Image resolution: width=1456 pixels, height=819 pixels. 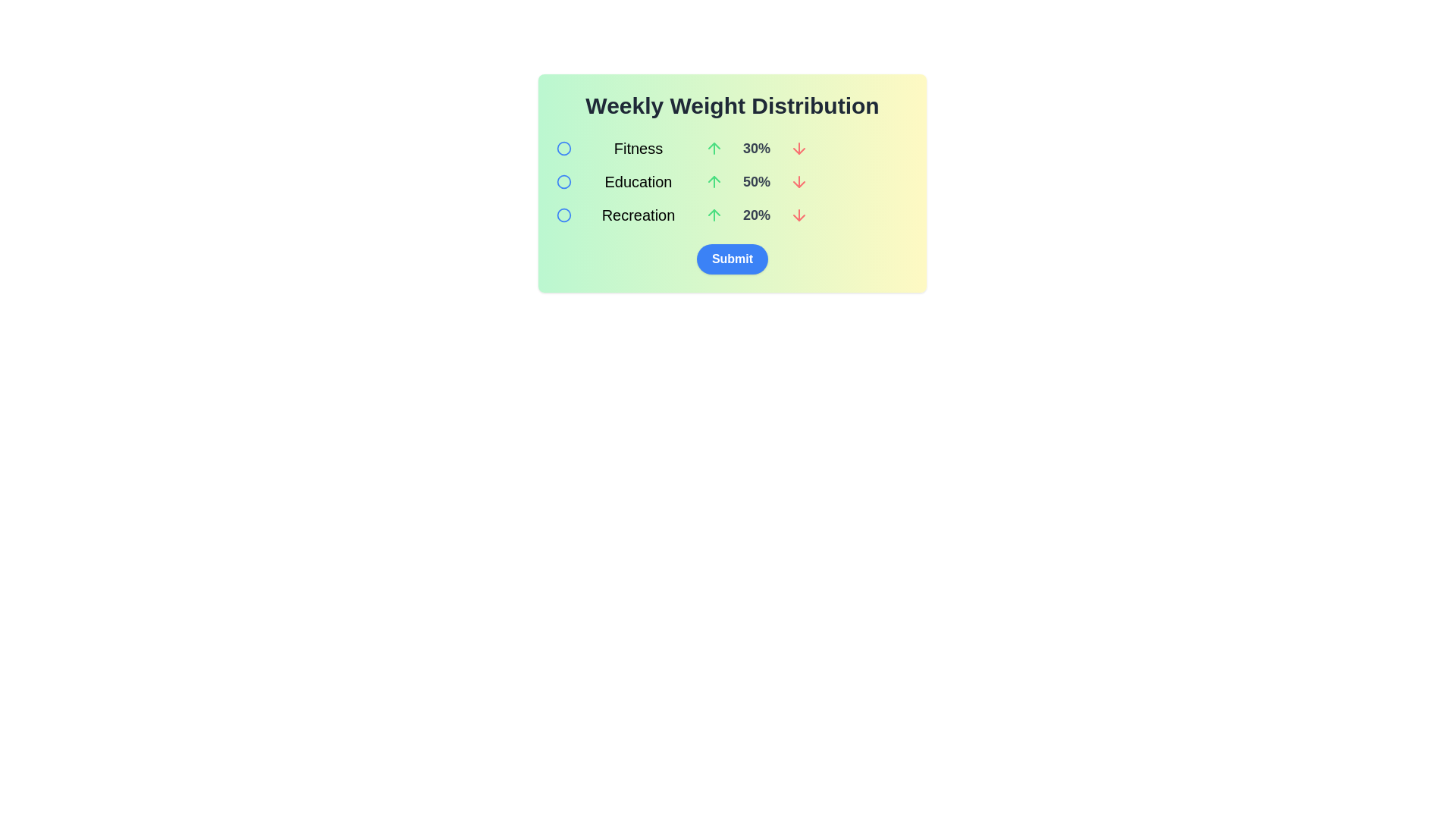 What do you see at coordinates (732, 259) in the screenshot?
I see `the 'Submit' button to finalize the weight distribution` at bounding box center [732, 259].